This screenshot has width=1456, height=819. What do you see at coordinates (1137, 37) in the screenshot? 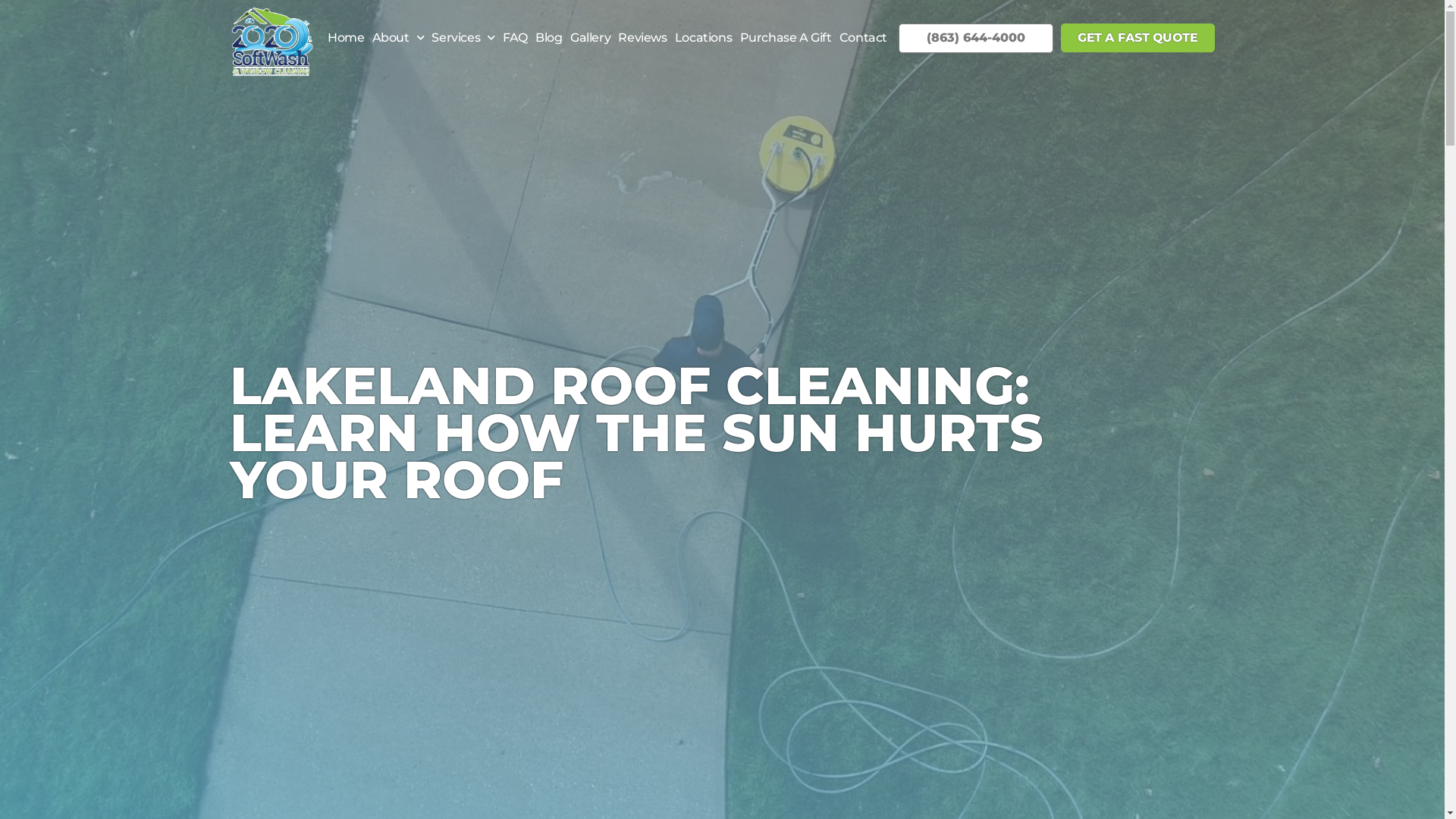
I see `'GET A FAST QUOTE'` at bounding box center [1137, 37].